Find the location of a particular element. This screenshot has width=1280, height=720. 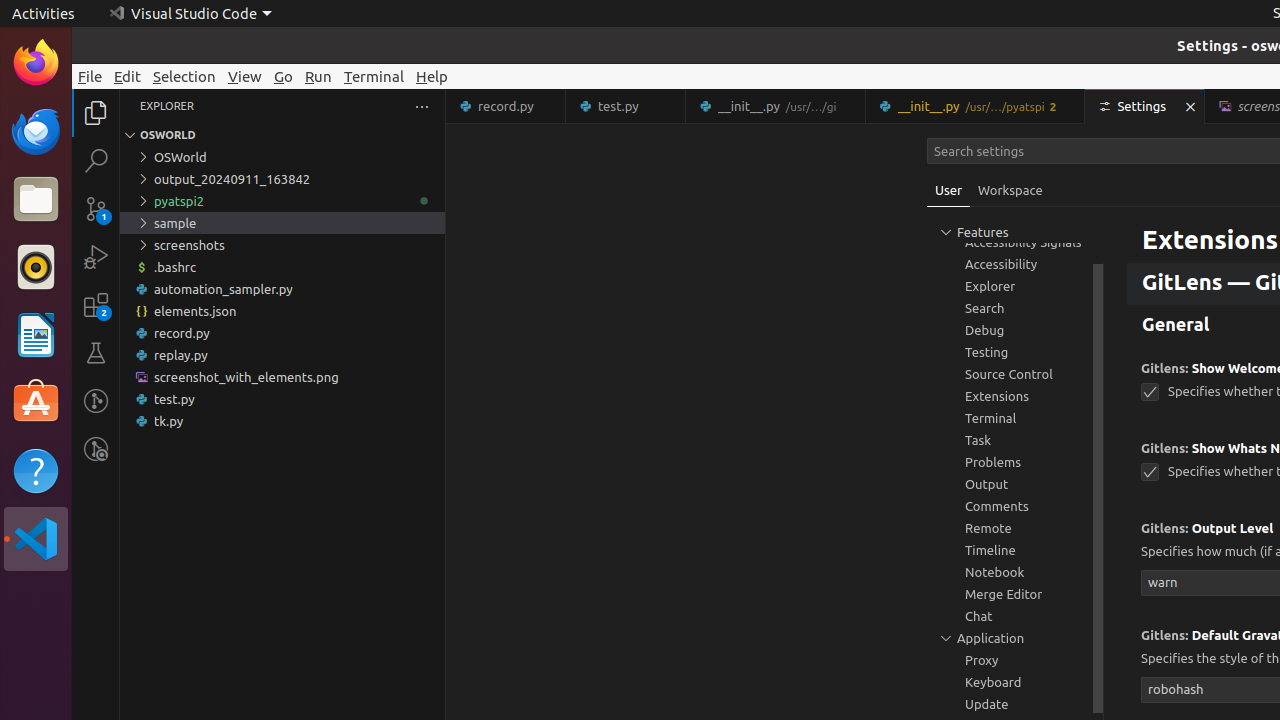

'Source Control, group' is located at coordinates (1015, 373).